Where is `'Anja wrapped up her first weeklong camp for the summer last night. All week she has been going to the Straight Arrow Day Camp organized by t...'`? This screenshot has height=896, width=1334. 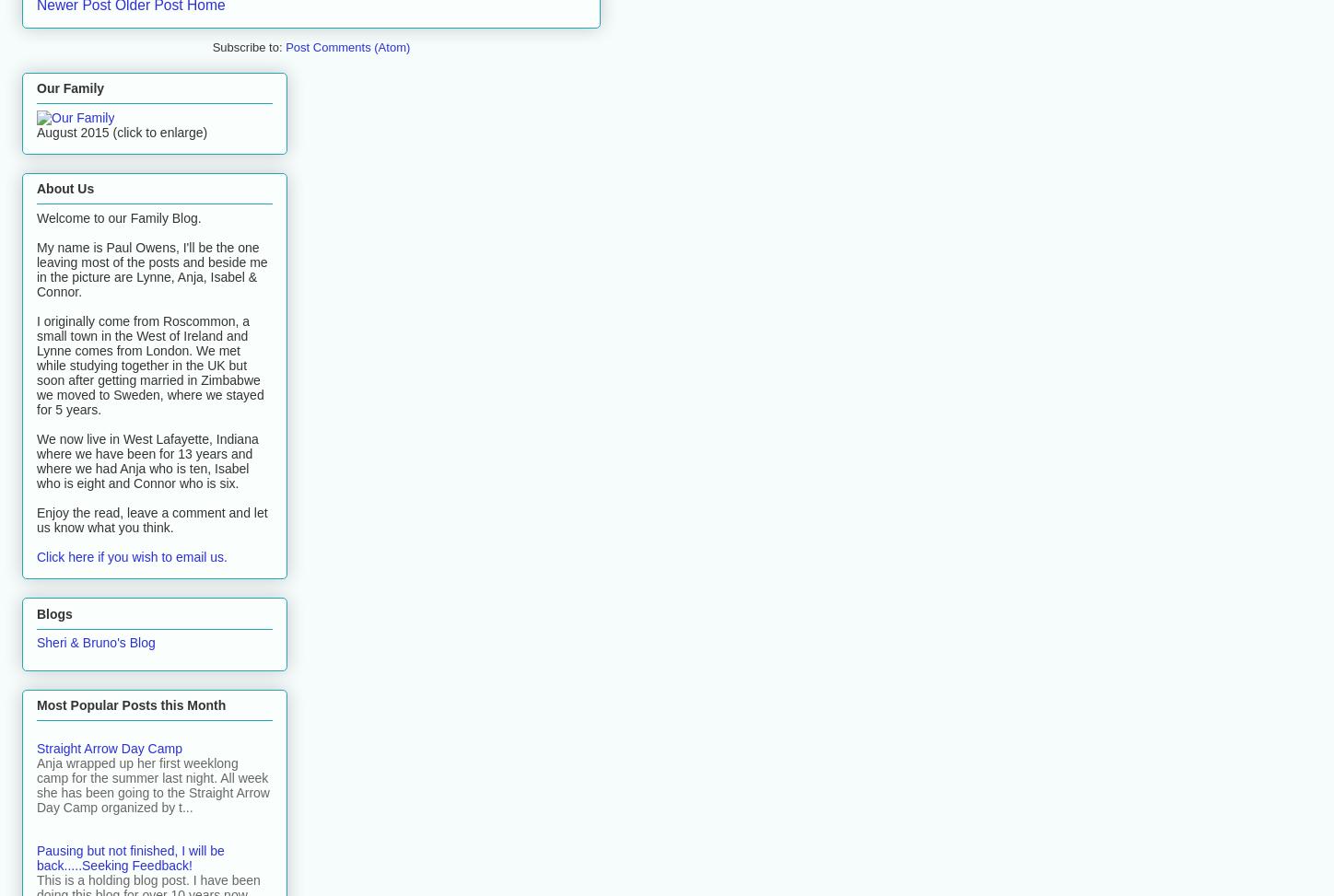 'Anja wrapped up her first weeklong camp for the summer last night. All week she has been going to the Straight Arrow Day Camp organized by t...' is located at coordinates (151, 785).